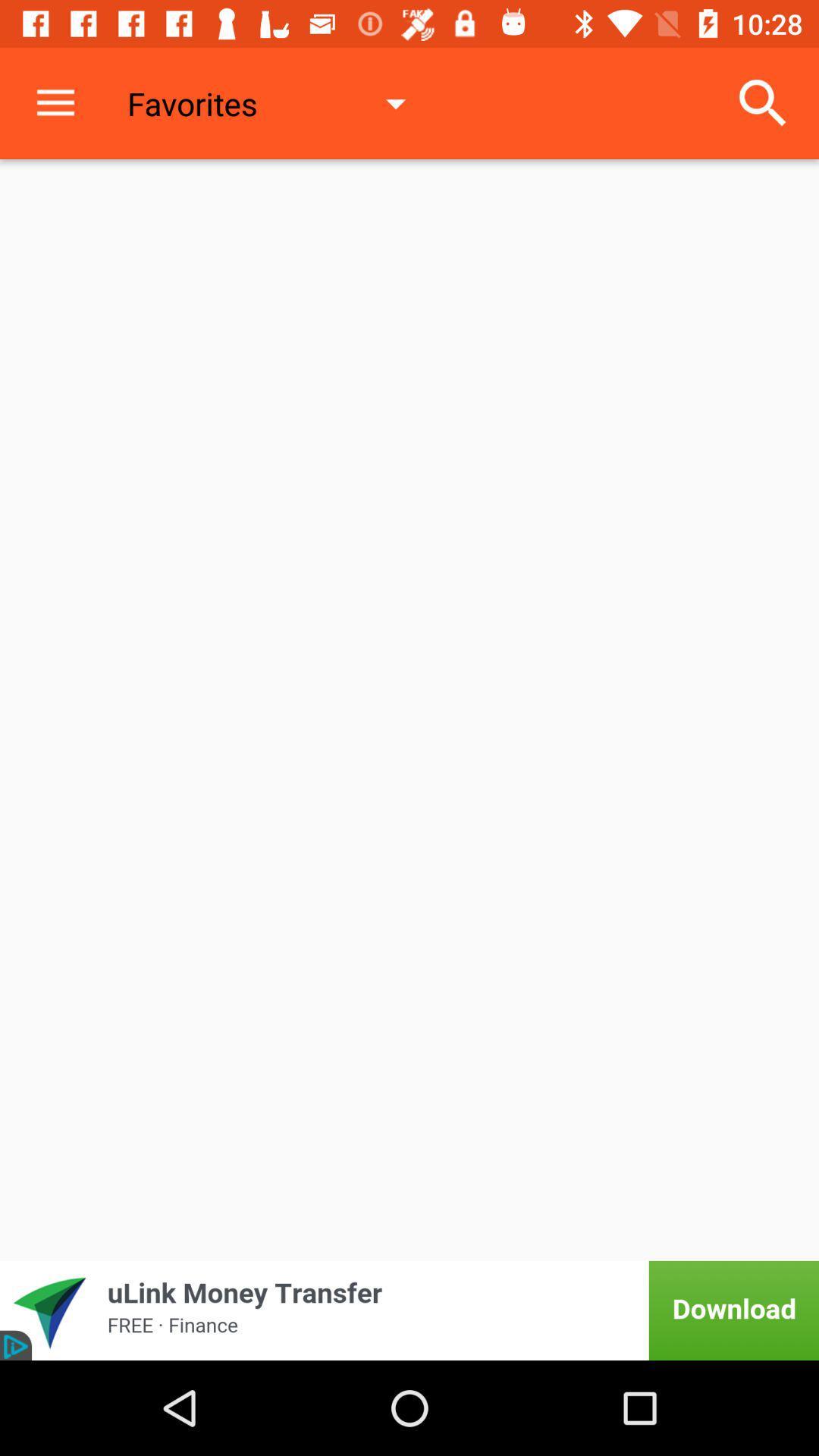 The height and width of the screenshot is (1456, 819). I want to click on access advertisement, so click(409, 1310).